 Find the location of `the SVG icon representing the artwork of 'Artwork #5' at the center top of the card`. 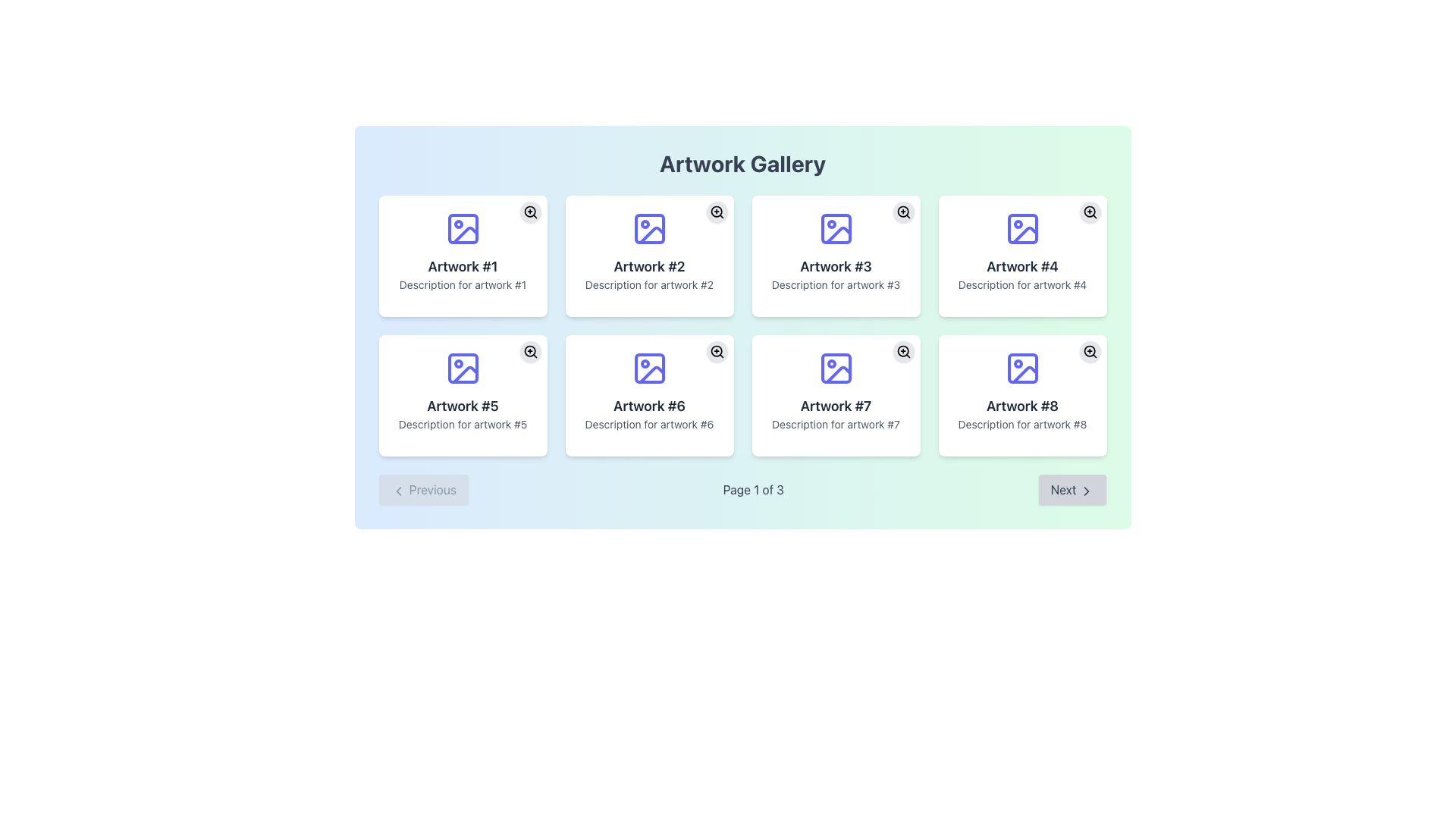

the SVG icon representing the artwork of 'Artwork #5' at the center top of the card is located at coordinates (462, 369).